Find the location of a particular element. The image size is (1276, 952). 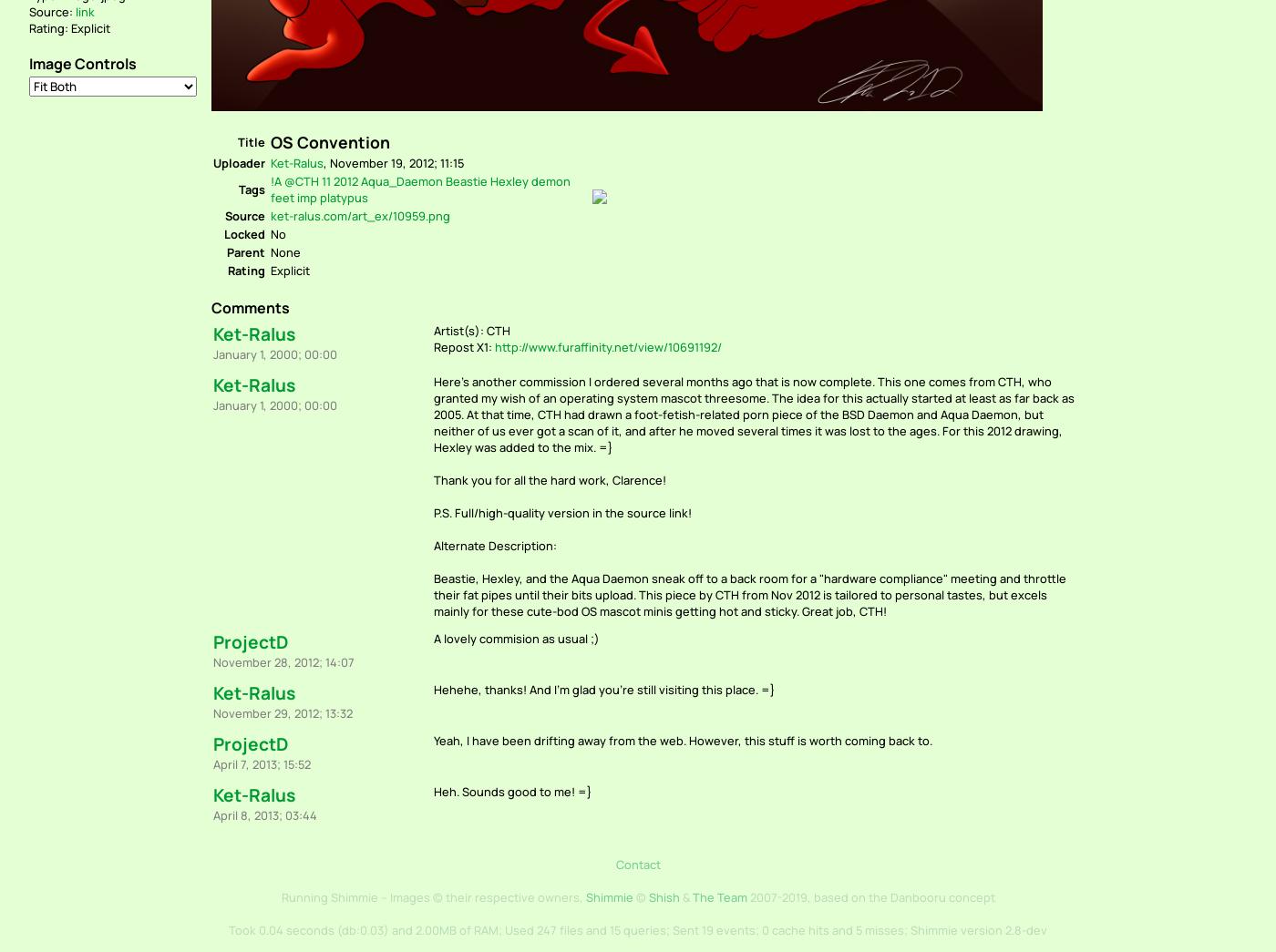

'imp' is located at coordinates (306, 197).